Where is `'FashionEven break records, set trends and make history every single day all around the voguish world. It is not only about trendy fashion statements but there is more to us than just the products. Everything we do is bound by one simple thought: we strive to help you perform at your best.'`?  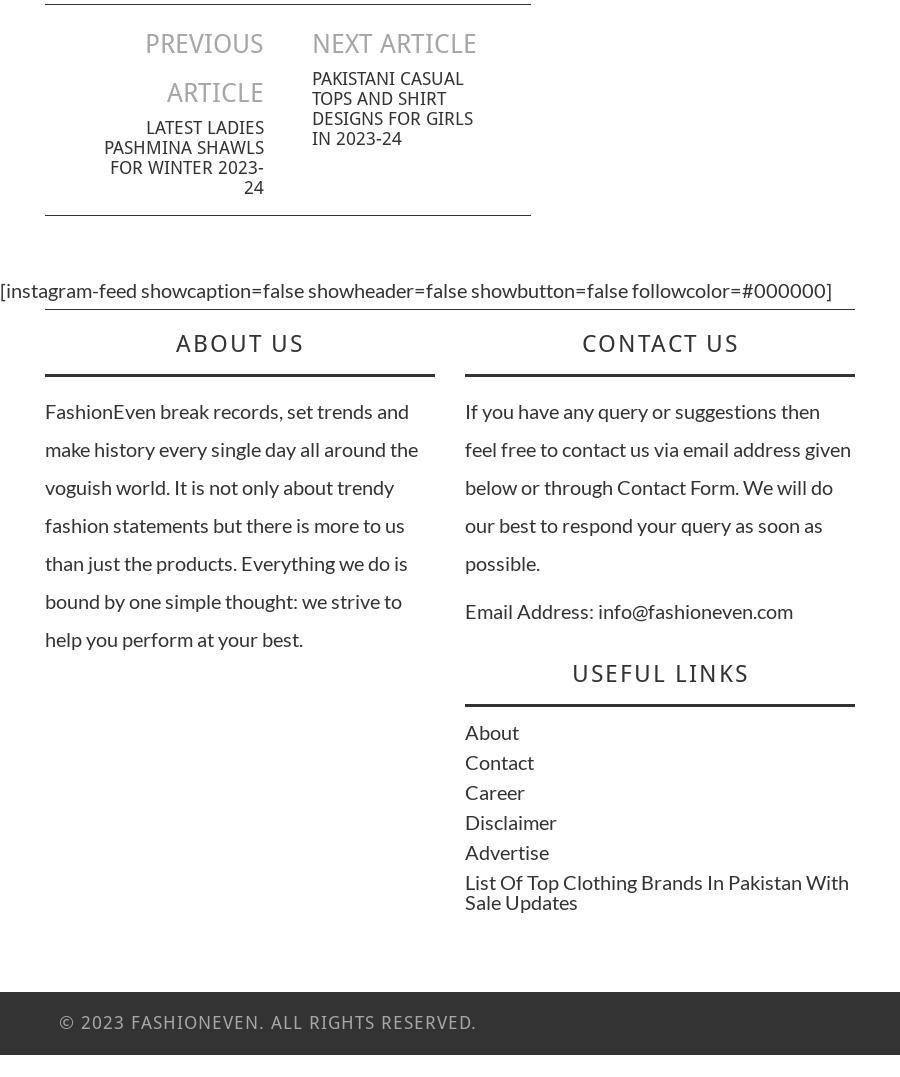 'FashionEven break records, set trends and make history every single day all around the voguish world. It is not only about trendy fashion statements but there is more to us than just the products. Everything we do is bound by one simple thought: we strive to help you perform at your best.' is located at coordinates (230, 524).